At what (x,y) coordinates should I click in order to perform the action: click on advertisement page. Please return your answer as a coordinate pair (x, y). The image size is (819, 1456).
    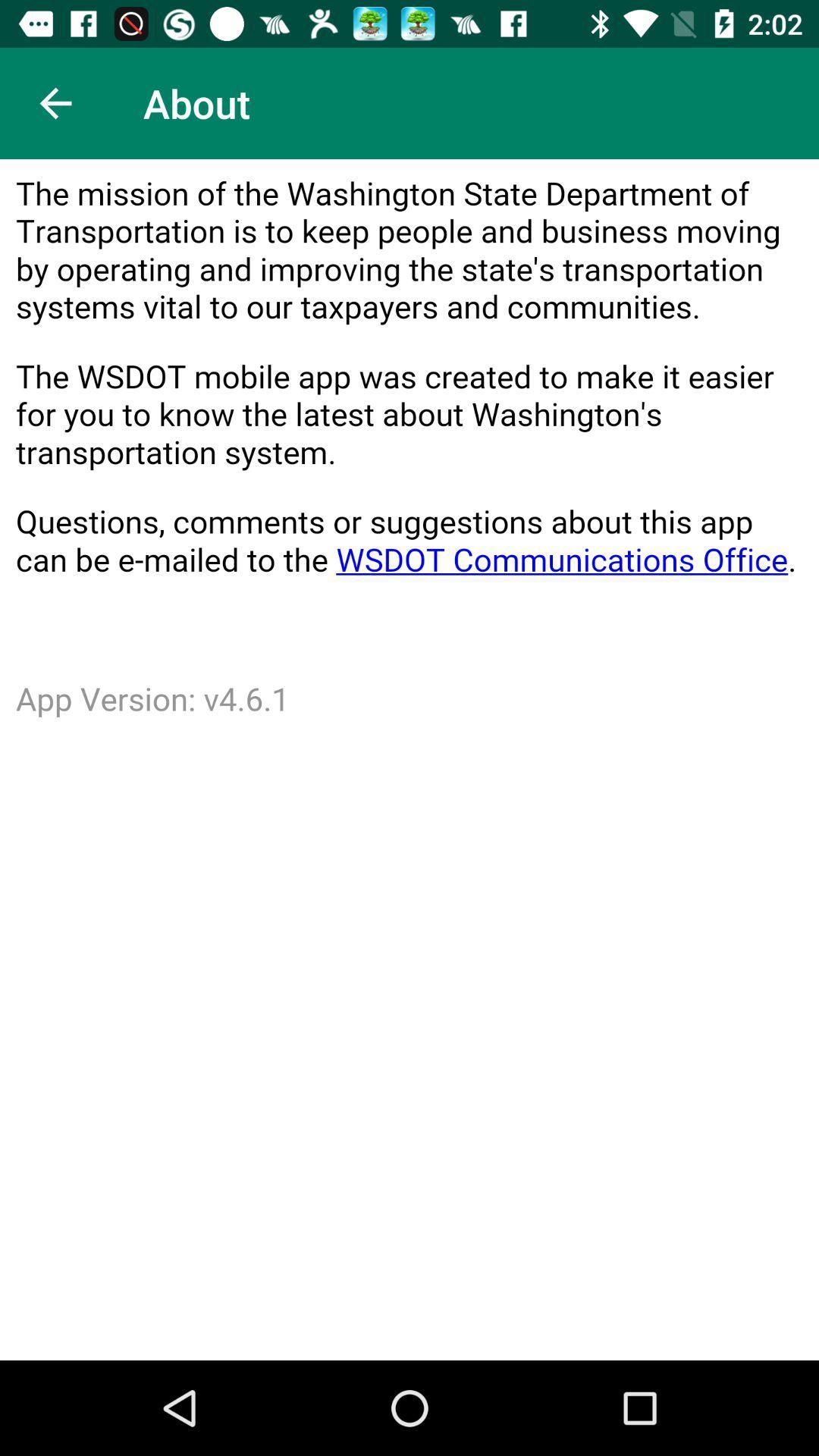
    Looking at the image, I should click on (409, 760).